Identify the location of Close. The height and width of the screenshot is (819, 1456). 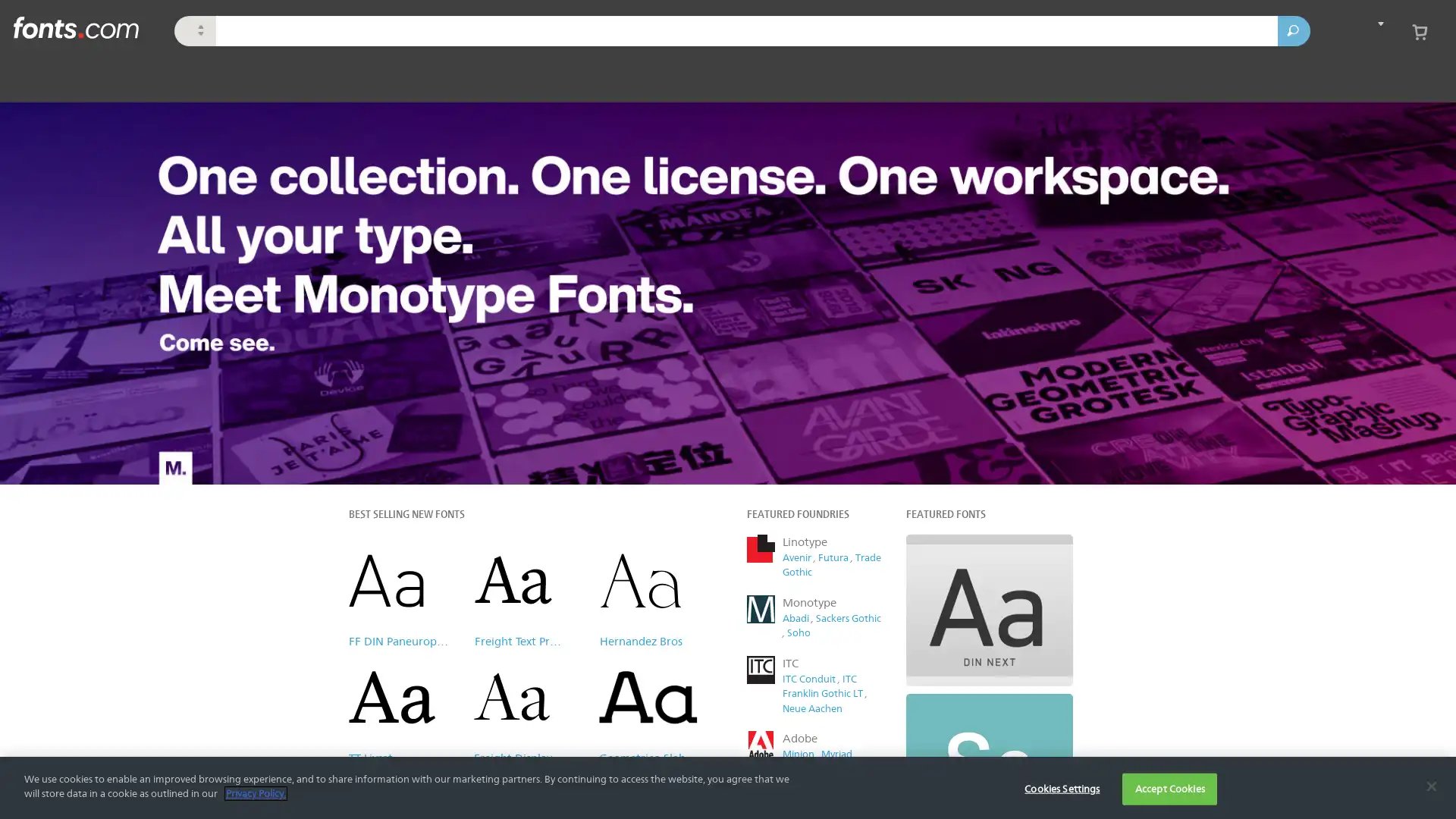
(1430, 785).